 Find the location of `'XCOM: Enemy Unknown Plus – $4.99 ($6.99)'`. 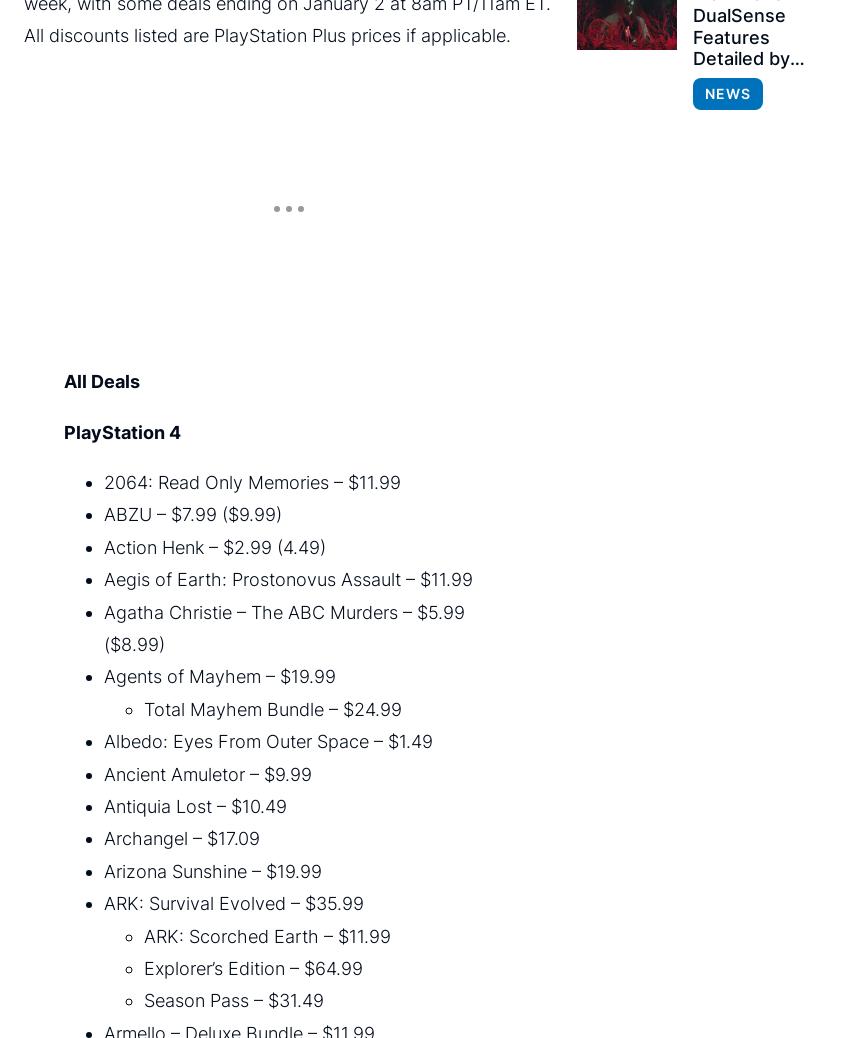

'XCOM: Enemy Unknown Plus – $4.99 ($6.99)' is located at coordinates (289, 490).